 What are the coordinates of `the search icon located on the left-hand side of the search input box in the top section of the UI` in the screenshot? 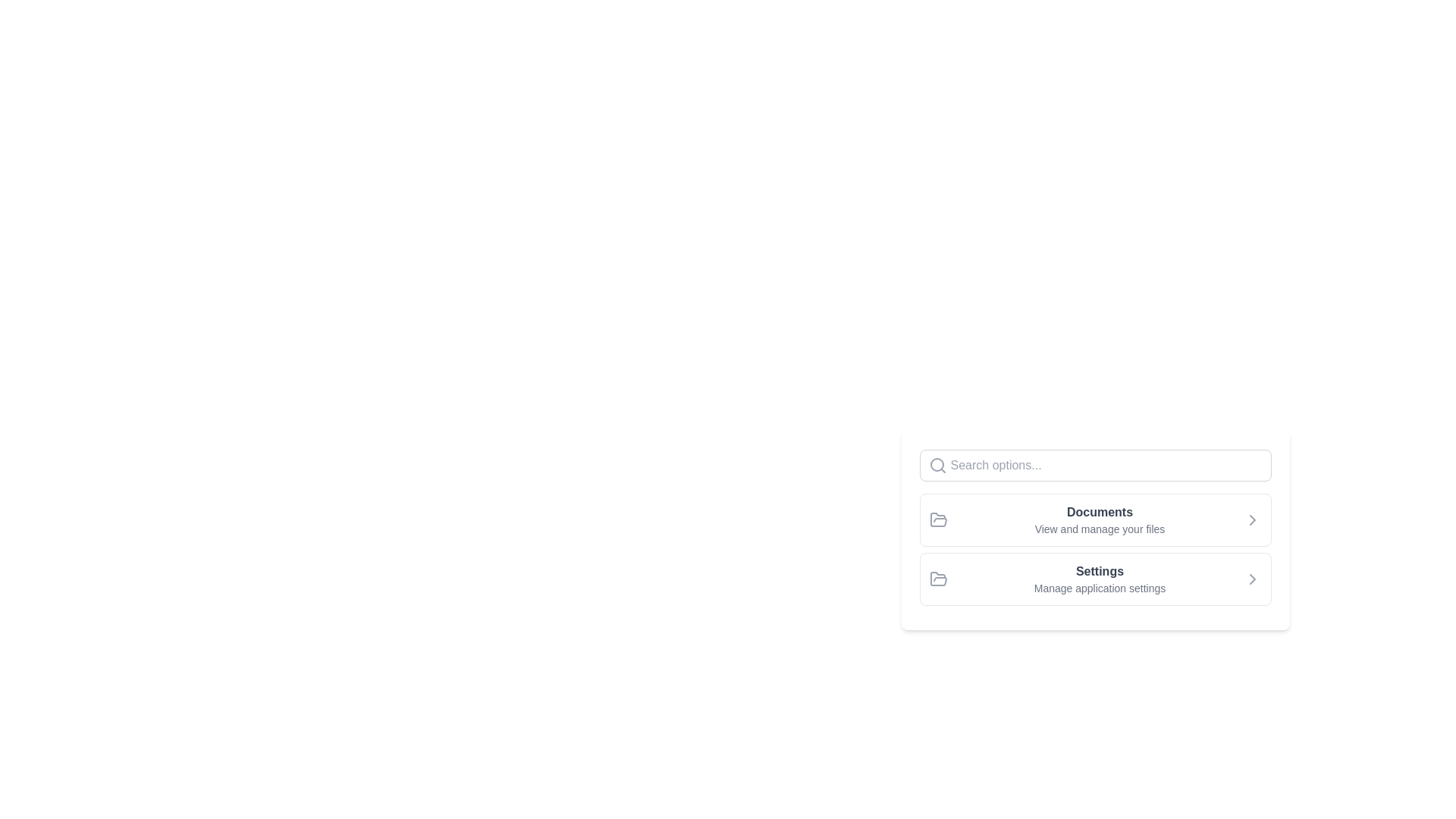 It's located at (937, 464).